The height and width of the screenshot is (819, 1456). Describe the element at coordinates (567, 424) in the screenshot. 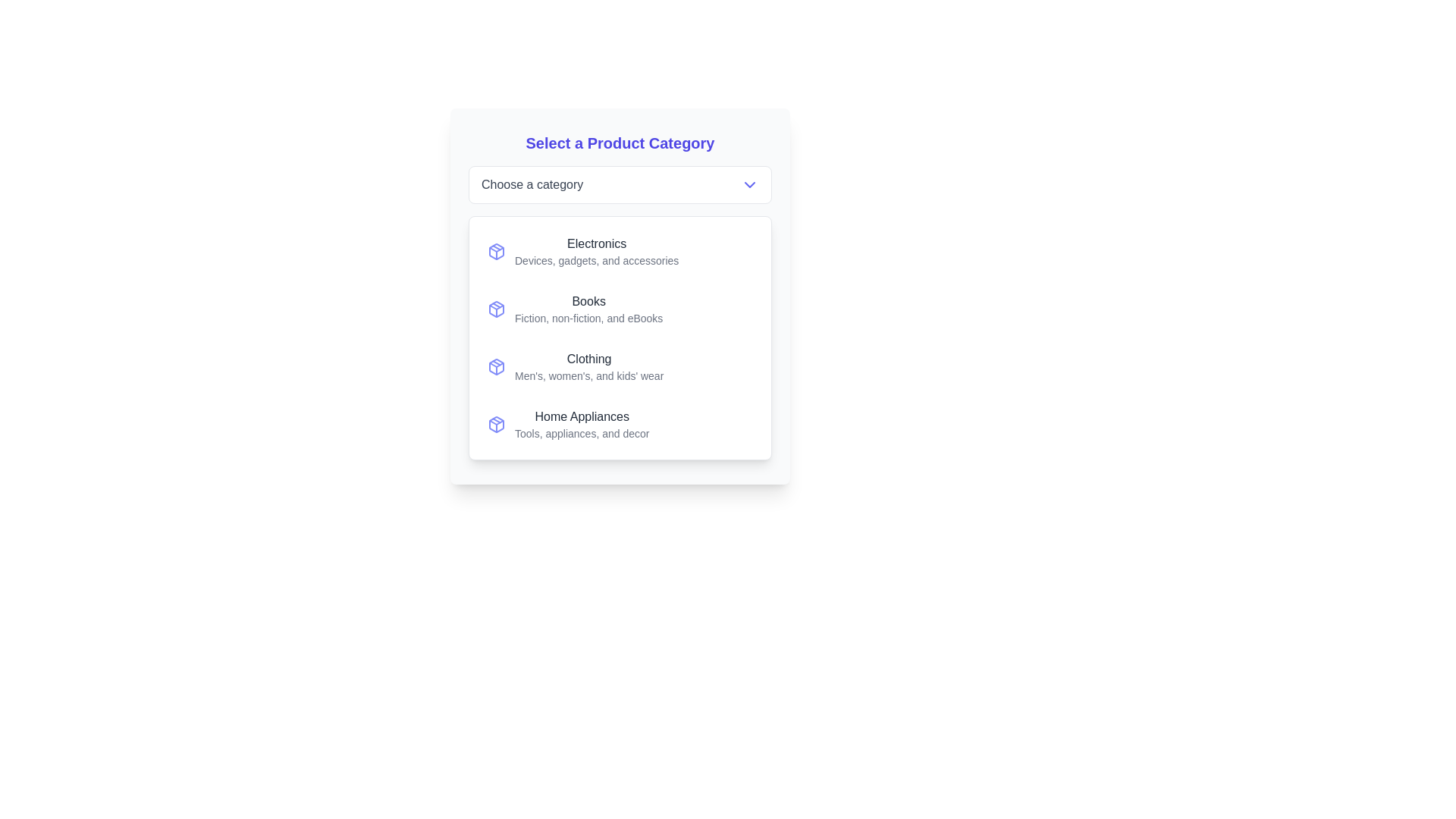

I see `to select the 'Home Appliances' category, which is the fourth option in the vertical list under the 'Choose a category' dropdown in the 'Select a Product Category' section` at that location.